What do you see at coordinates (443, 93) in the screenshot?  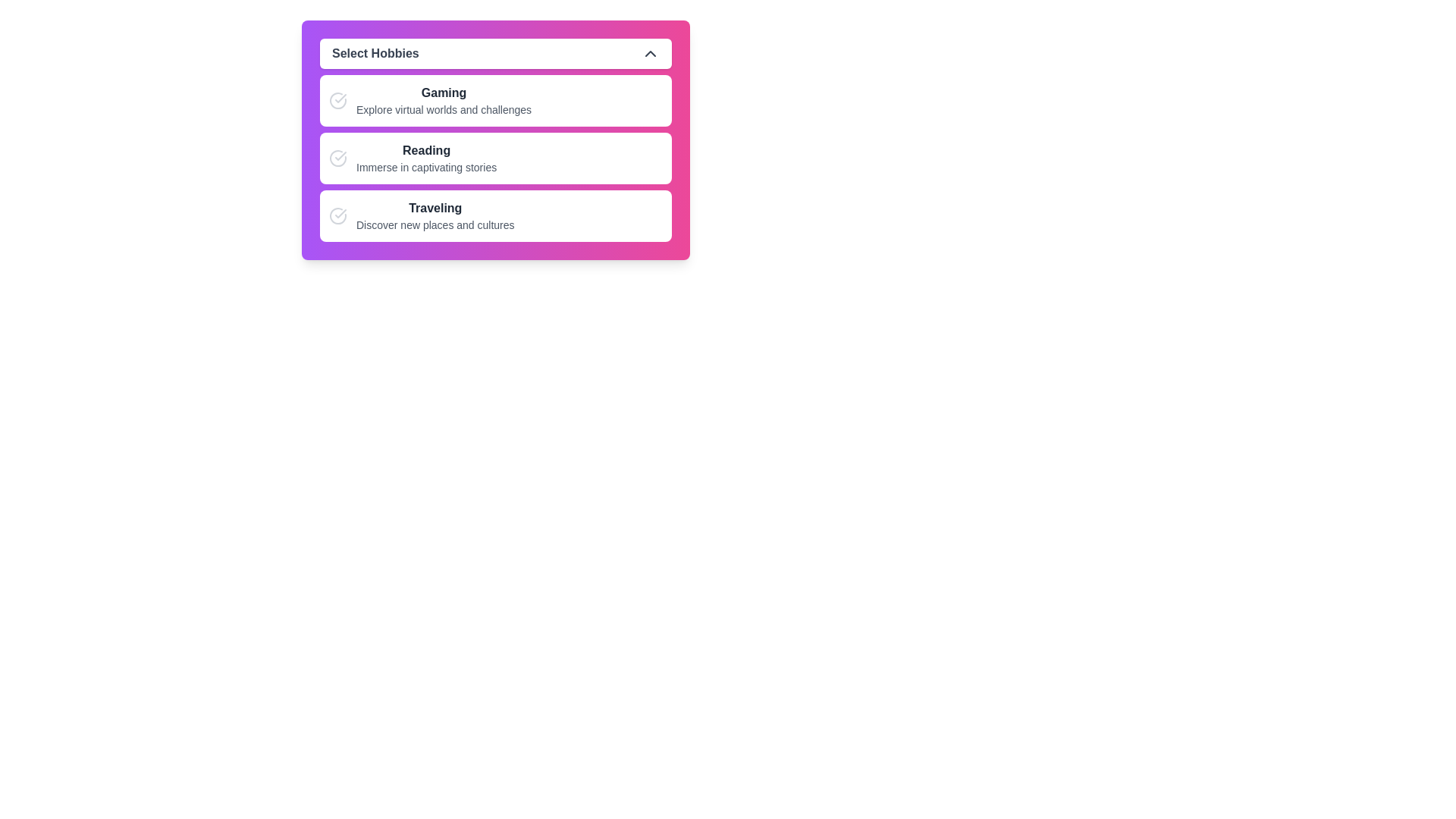 I see `the 'Gaming' text label, which serves as a header for the hobby selection item in the select hobbies dialog` at bounding box center [443, 93].